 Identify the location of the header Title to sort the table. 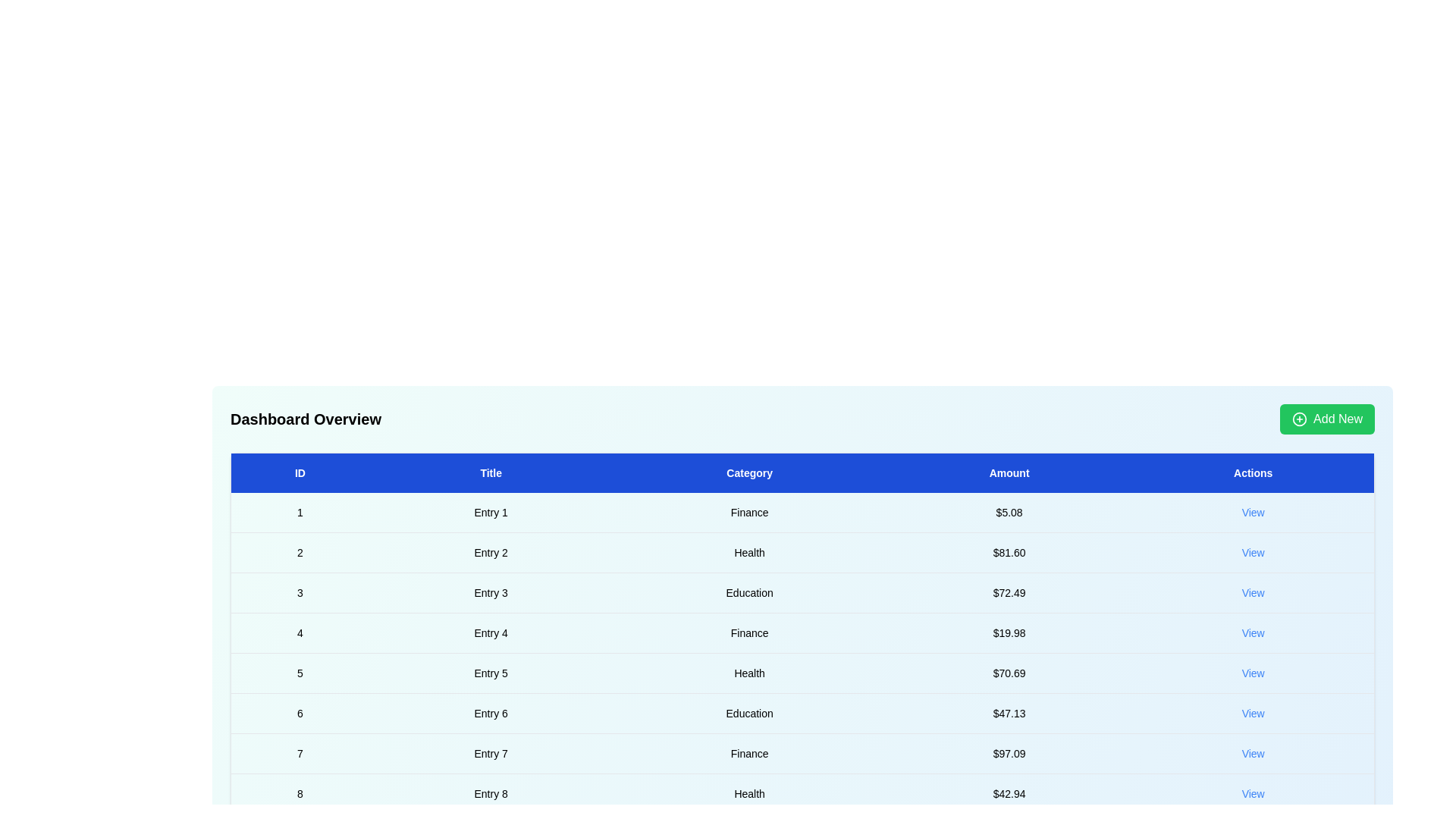
(491, 472).